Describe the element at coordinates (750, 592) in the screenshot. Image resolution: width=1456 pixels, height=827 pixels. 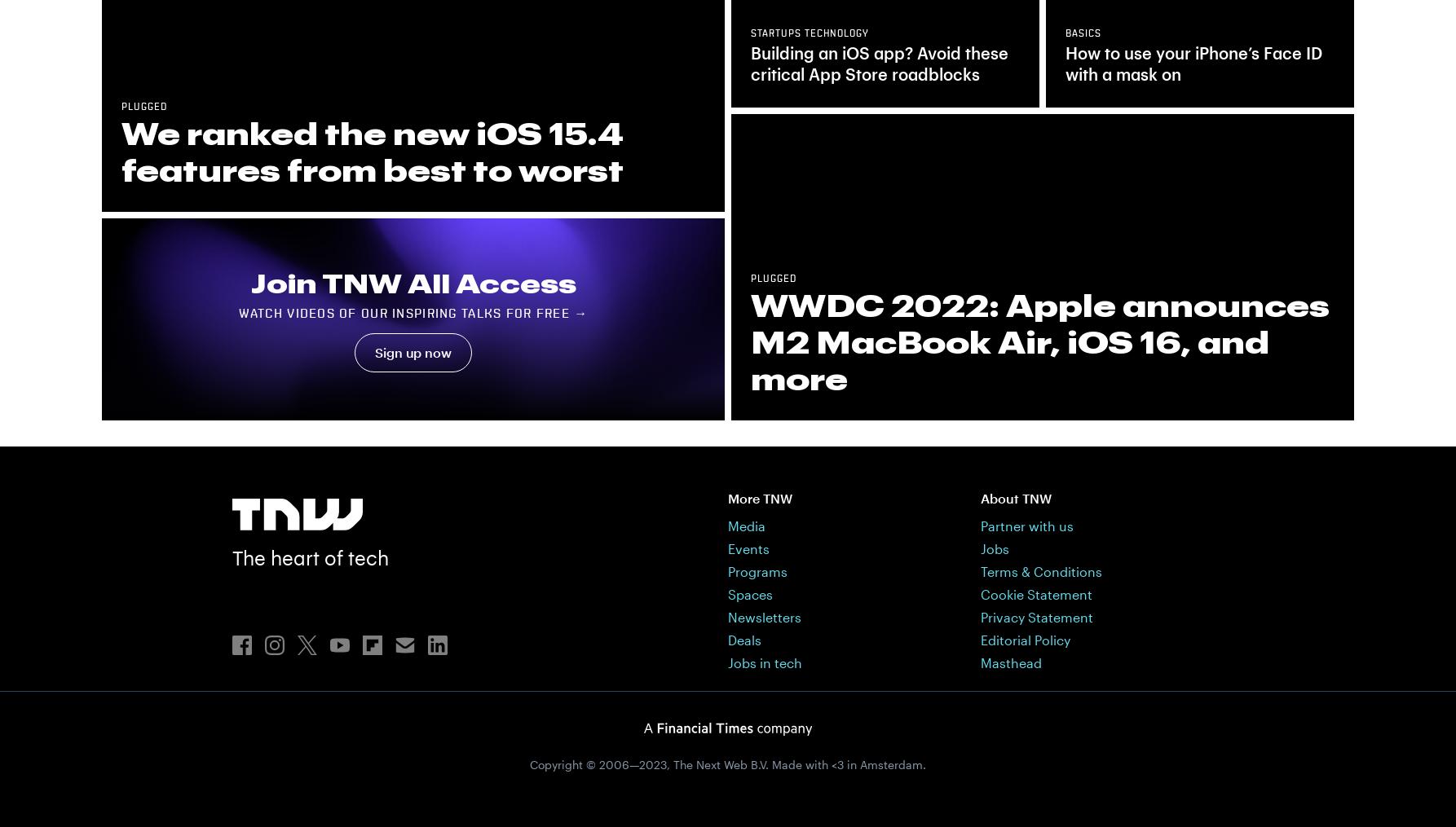
I see `'Spaces'` at that location.